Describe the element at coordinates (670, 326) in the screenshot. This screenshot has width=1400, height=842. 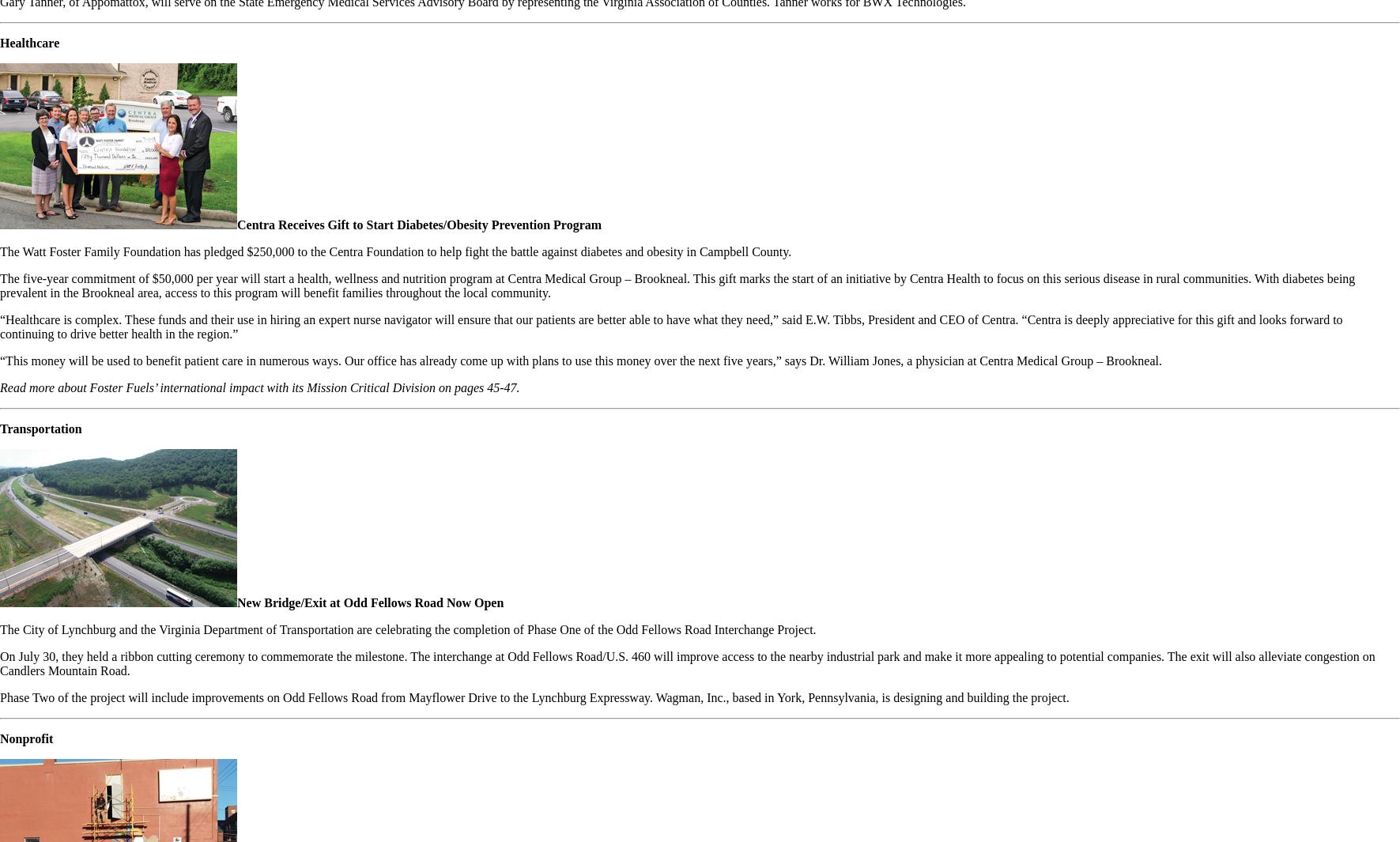
I see `'“Healthcare is complex. These funds and their use in hiring an expert nurse navigator will ensure that our patients are better able to have what they need,” said E.W. Tibbs, President and CEO of Centra. “Centra is deeply appreciative for this gift and looks forward to continuing to drive better health in the region.”'` at that location.